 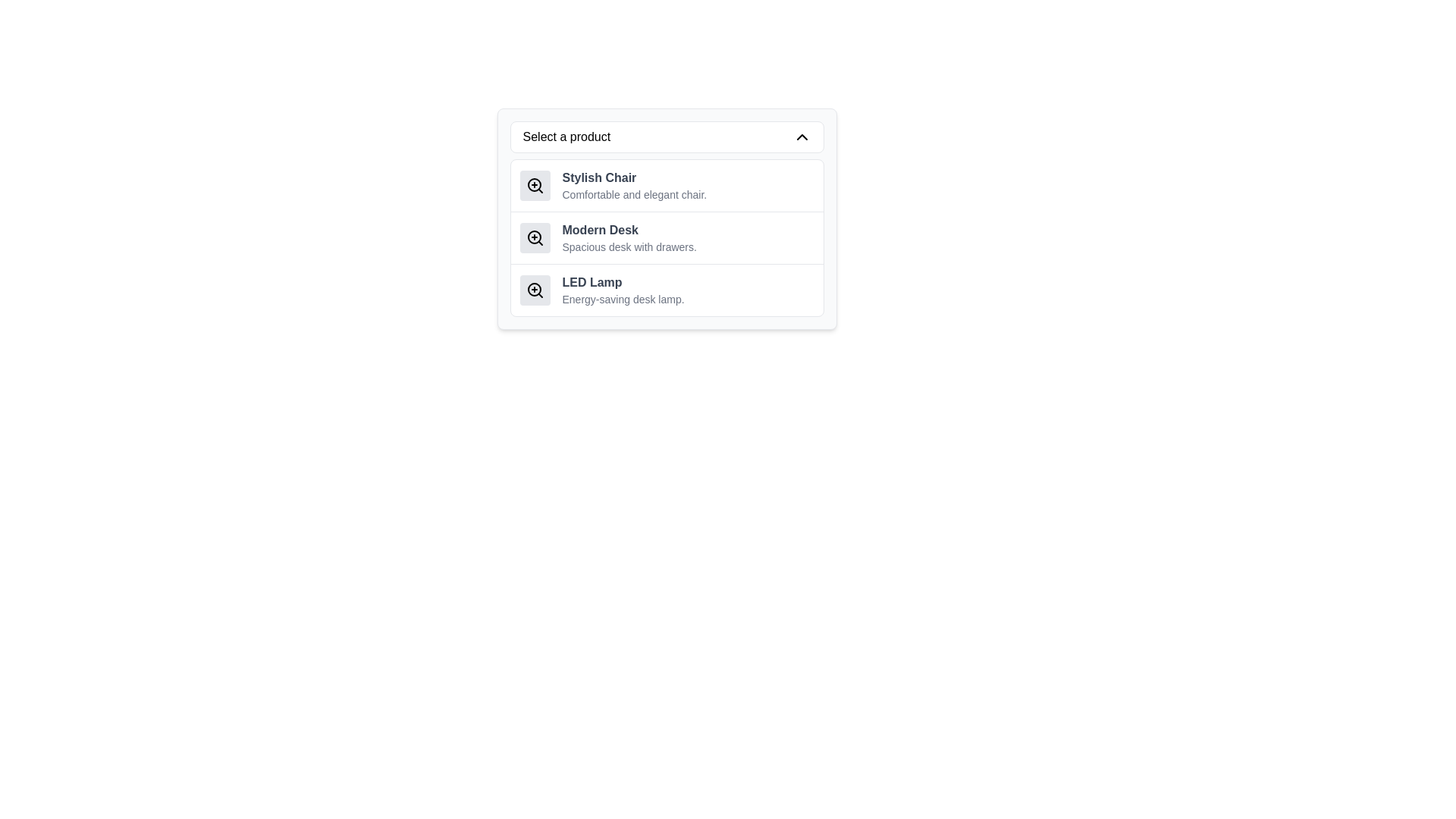 What do you see at coordinates (801, 137) in the screenshot?
I see `the upward-facing chevron icon with a black stroke outline located on the far-right of the 'Select a product' selector bar` at bounding box center [801, 137].